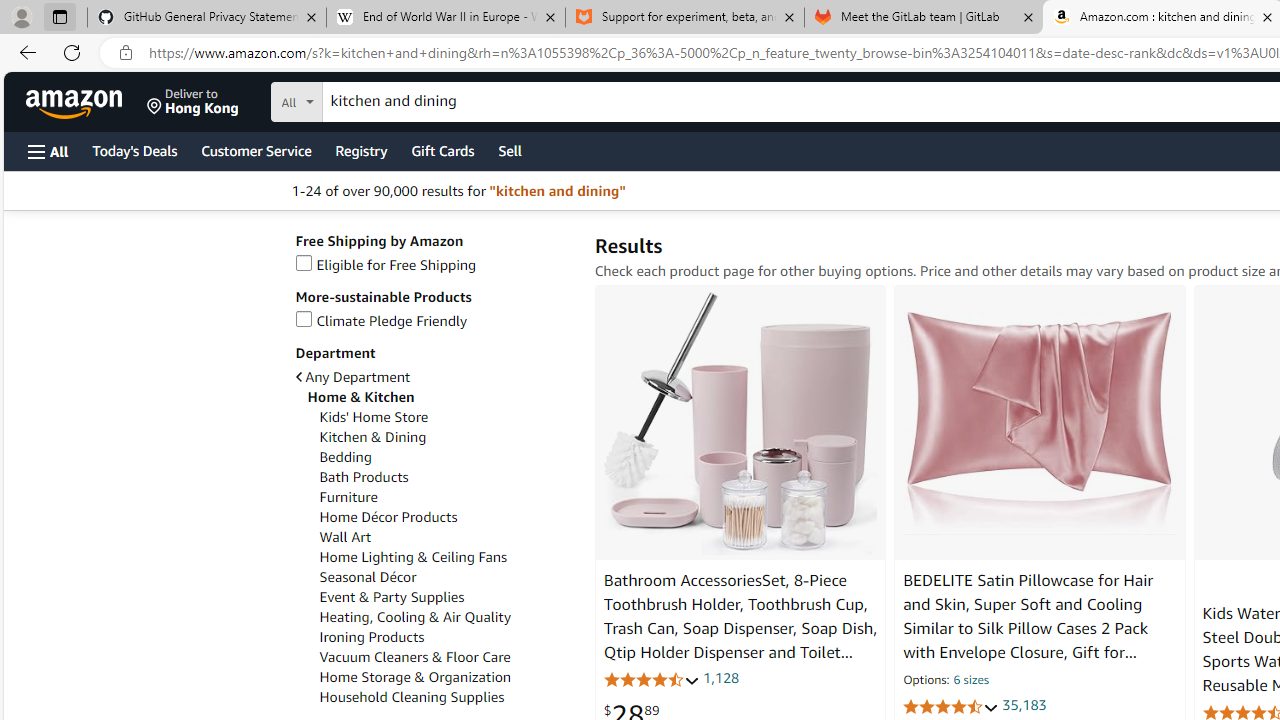  Describe the element at coordinates (433, 320) in the screenshot. I see `'Climate Pledge Friendly'` at that location.